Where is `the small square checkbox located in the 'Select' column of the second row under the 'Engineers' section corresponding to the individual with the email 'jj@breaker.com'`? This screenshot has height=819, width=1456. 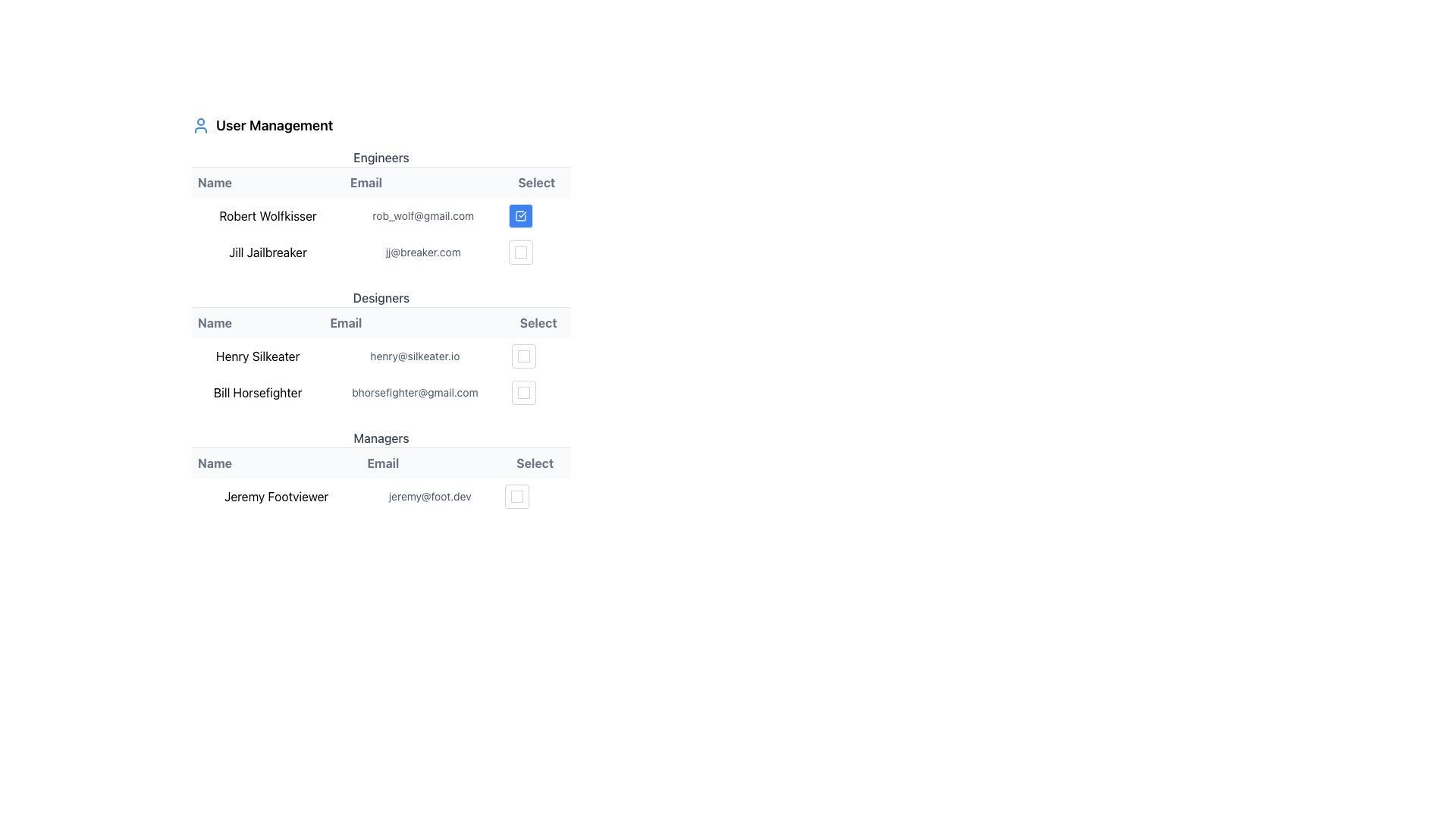 the small square checkbox located in the 'Select' column of the second row under the 'Engineers' section corresponding to the individual with the email 'jj@breaker.com' is located at coordinates (520, 251).